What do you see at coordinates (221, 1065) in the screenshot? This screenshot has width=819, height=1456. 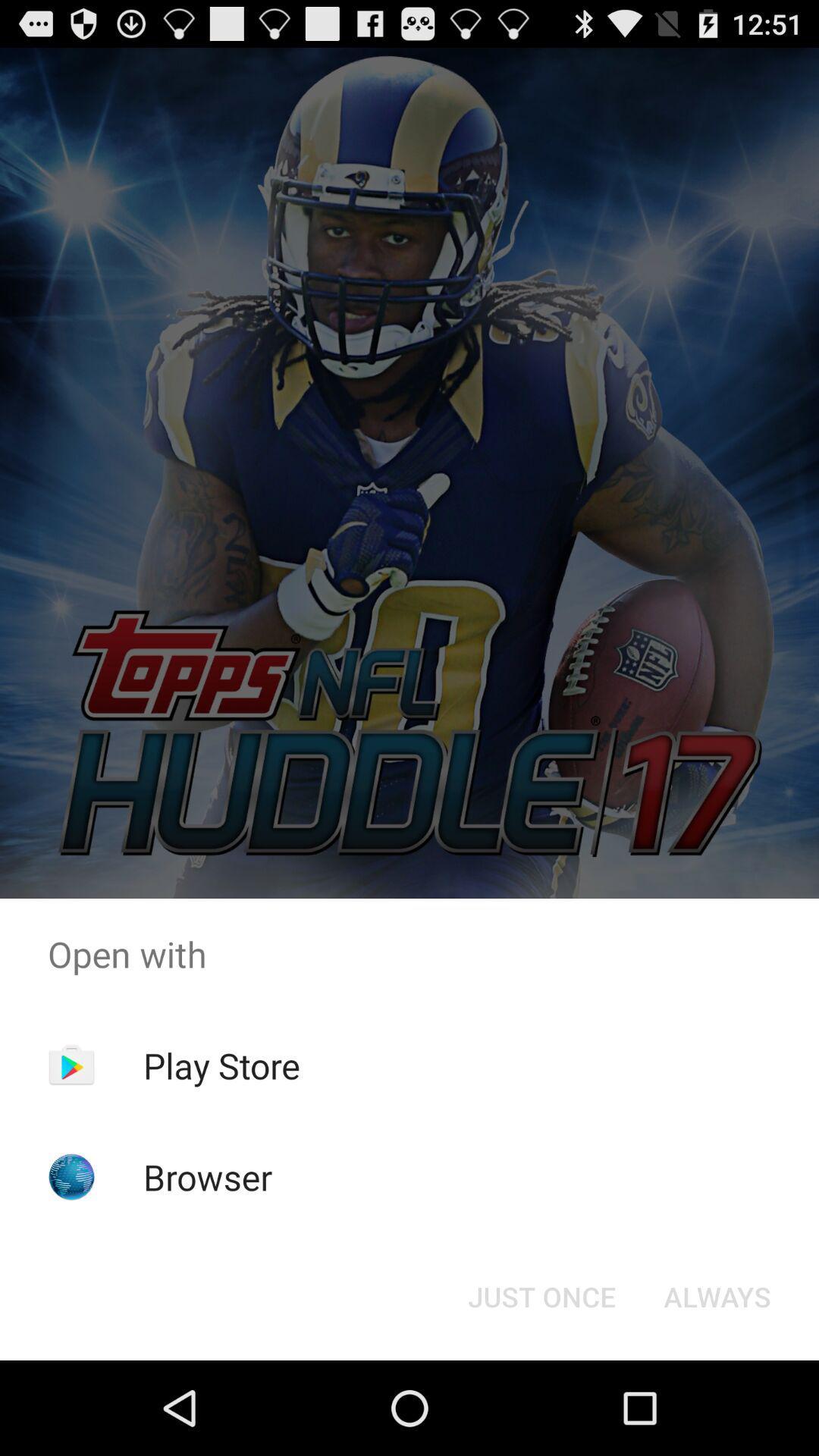 I see `the app below open with item` at bounding box center [221, 1065].